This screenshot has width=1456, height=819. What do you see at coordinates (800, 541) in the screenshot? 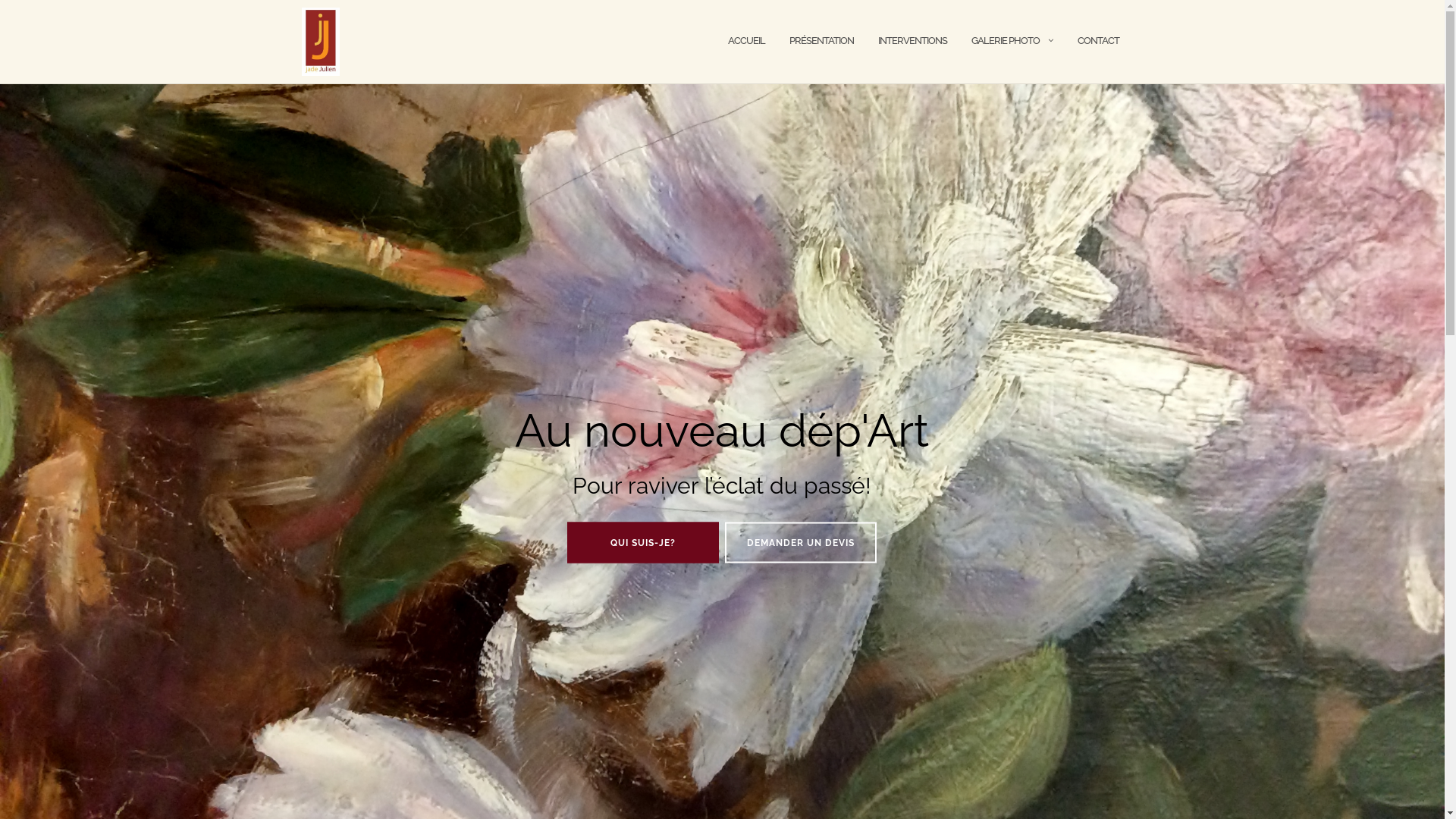
I see `'DEMANDER UN DEVIS'` at bounding box center [800, 541].